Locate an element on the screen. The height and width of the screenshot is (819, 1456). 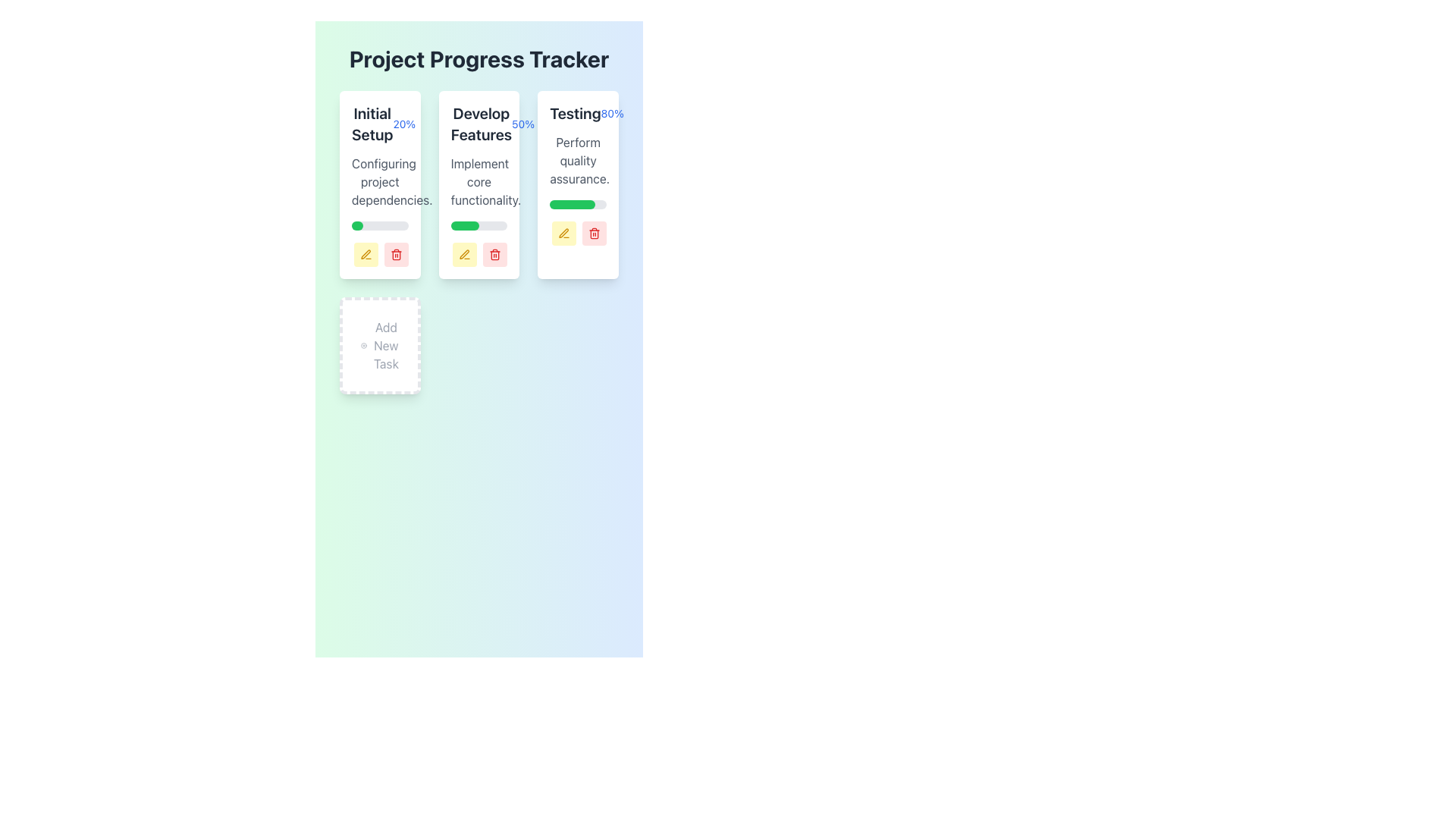
the 'Edit' button located in the bottom-right corner of the 'Initial Setup' card to initiate editing is located at coordinates (366, 253).